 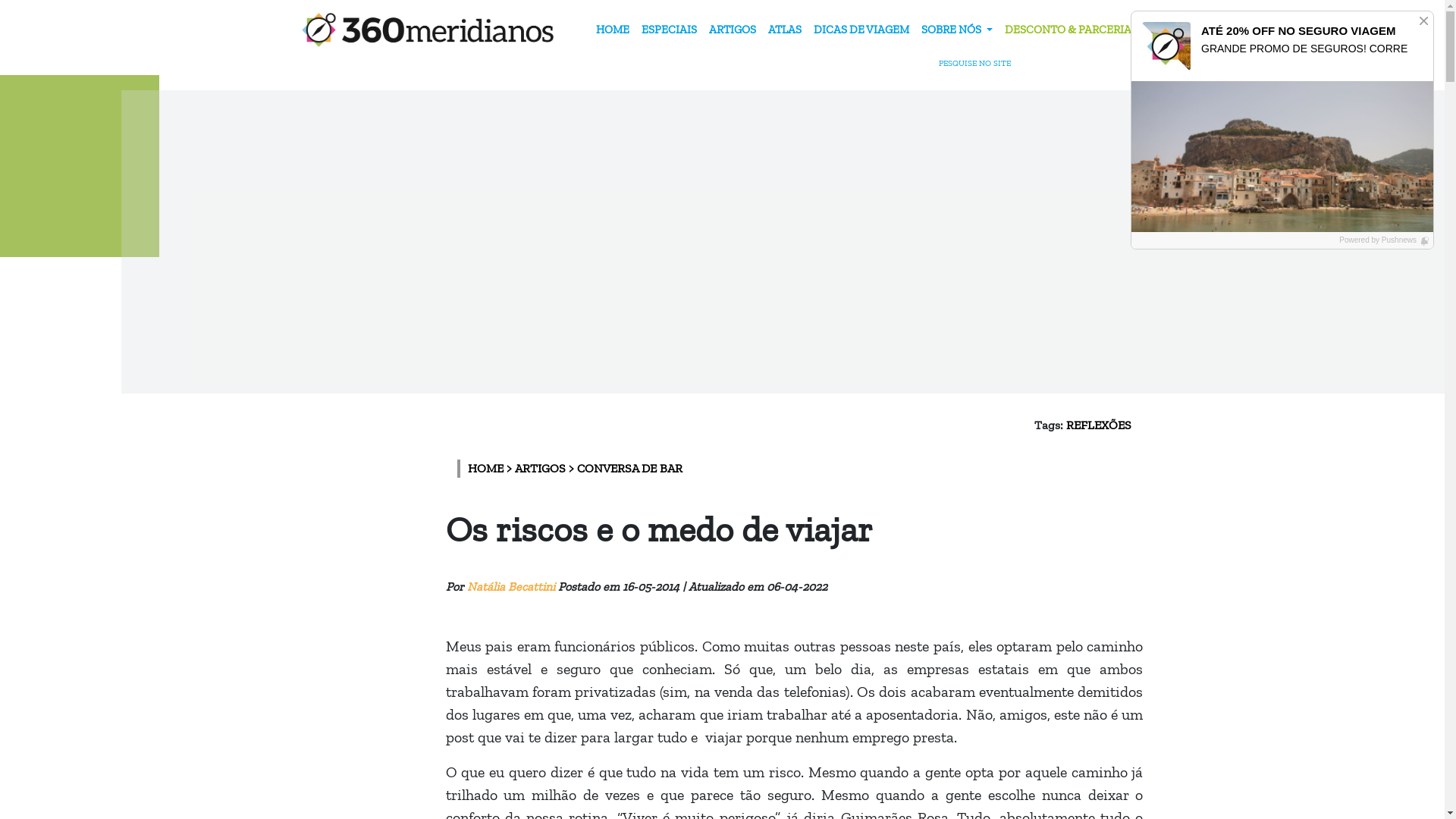 I want to click on 'ATLAS', so click(x=785, y=30).